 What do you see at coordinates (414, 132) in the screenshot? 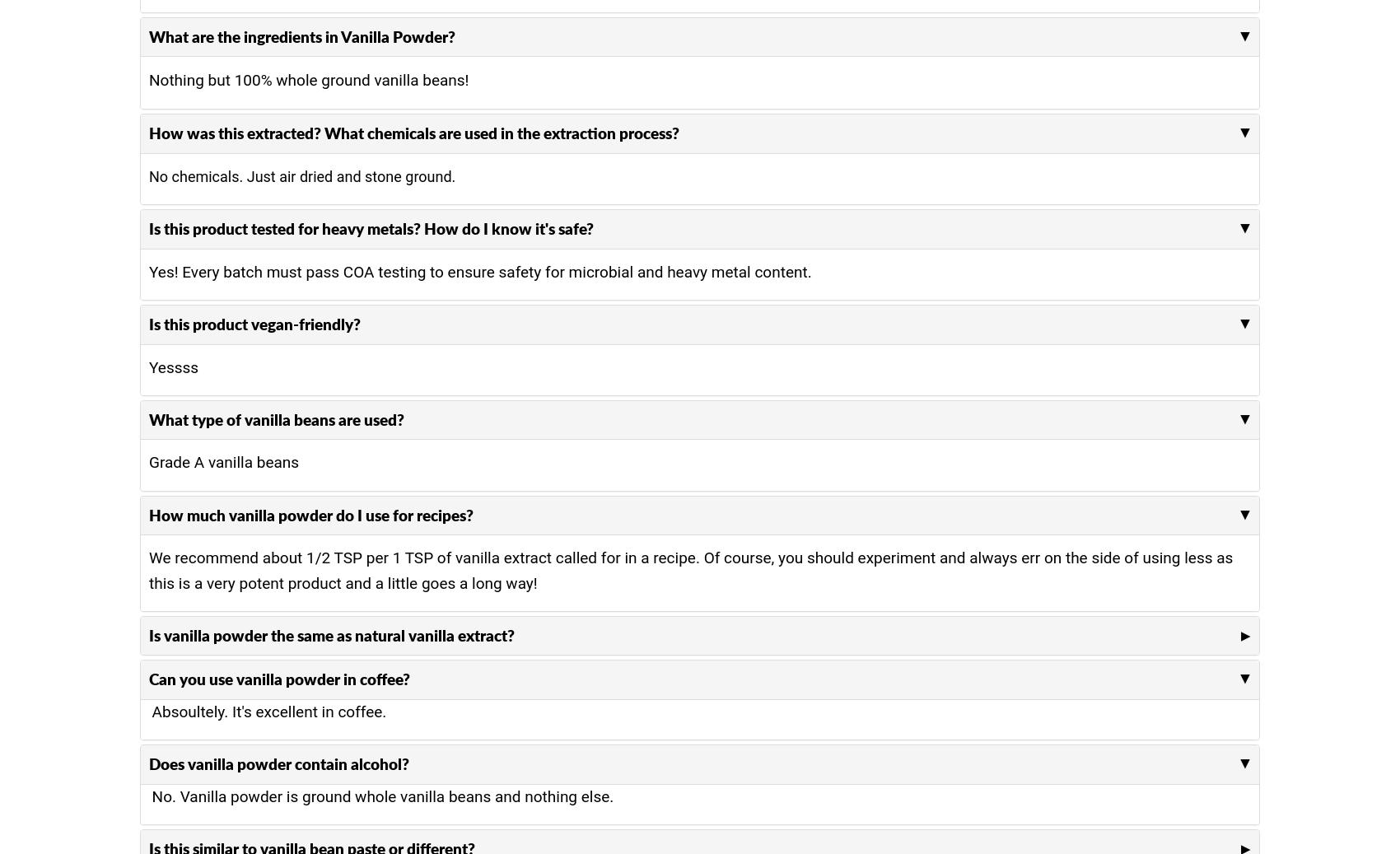
I see `'How was this extracted? What chemicals are used in the extraction process?'` at bounding box center [414, 132].